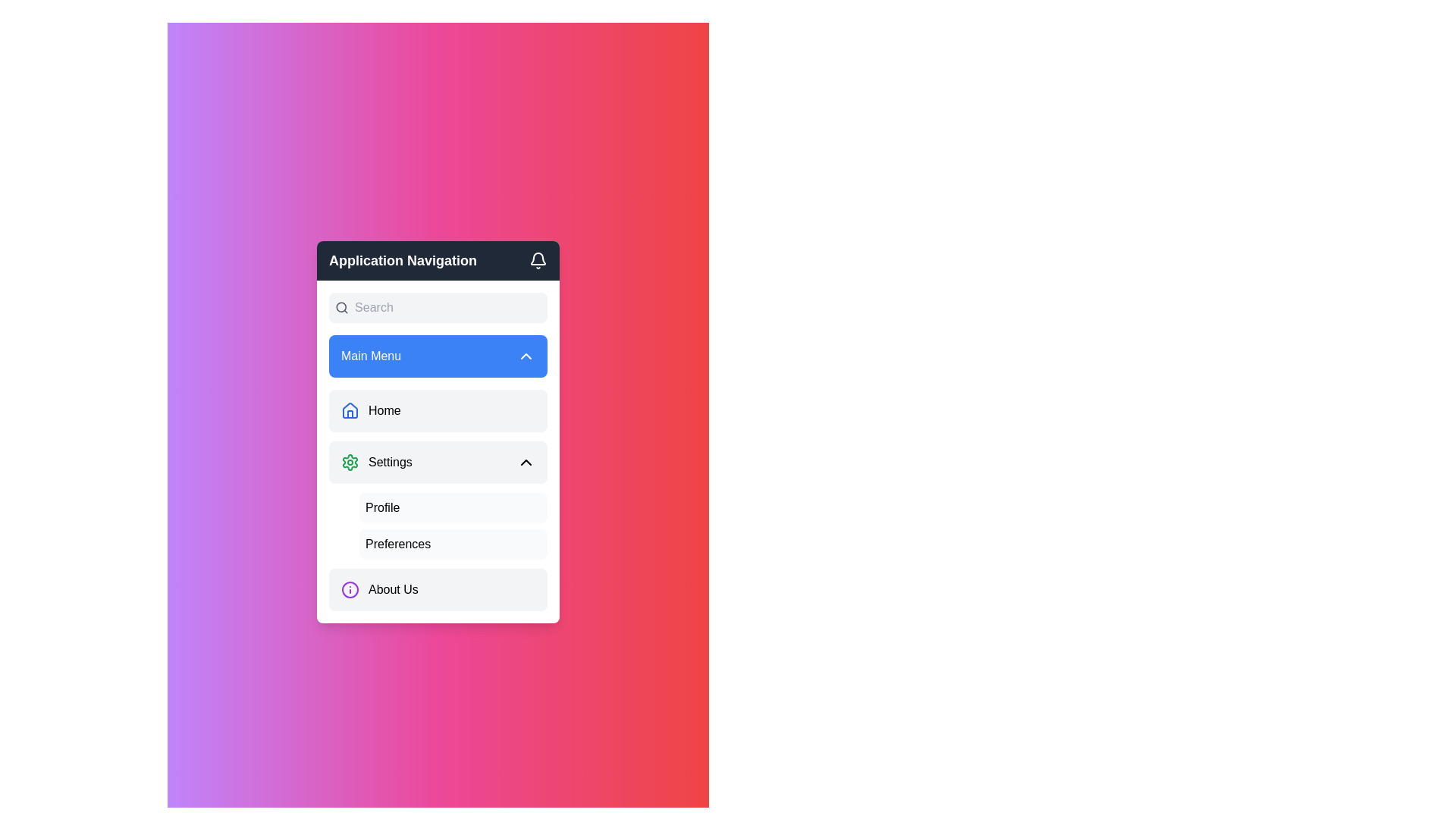 The height and width of the screenshot is (819, 1456). I want to click on the circular boundary of the information icon, which is part of the decorative structure indicating an information point, so click(349, 589).